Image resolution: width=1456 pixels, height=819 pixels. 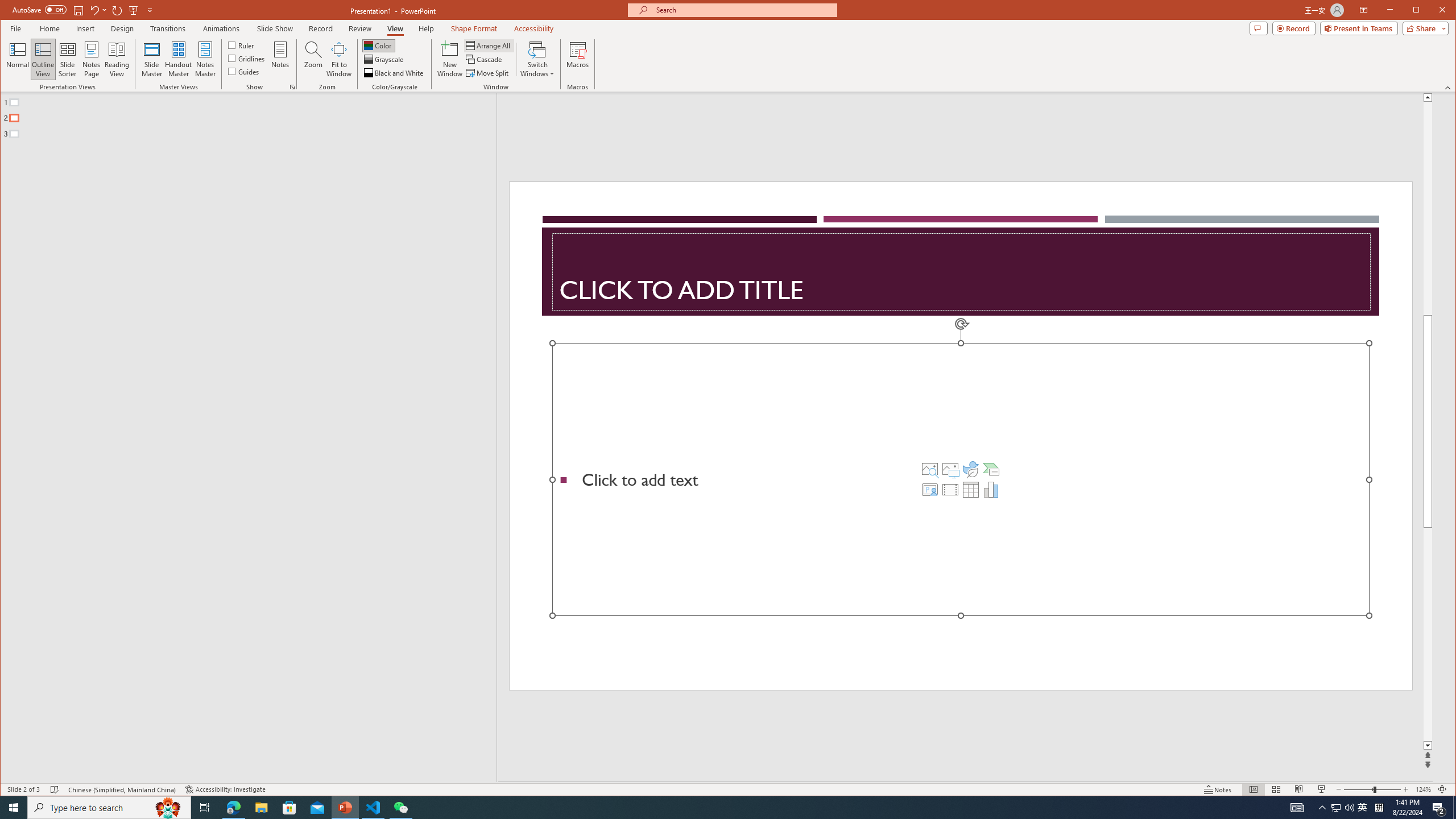 I want to click on 'Notes Master', so click(x=204, y=59).